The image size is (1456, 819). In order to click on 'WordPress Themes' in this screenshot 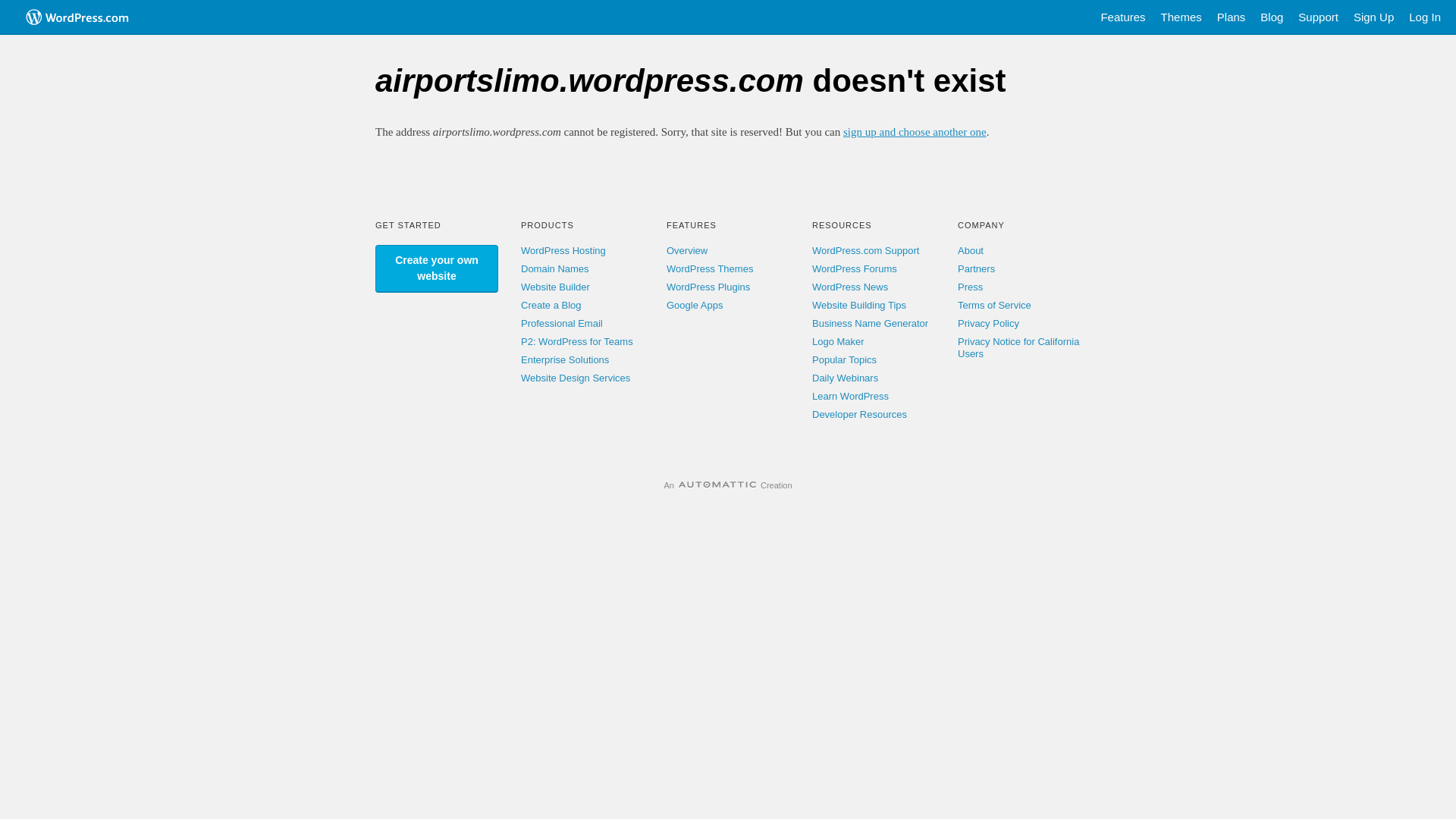, I will do `click(709, 268)`.